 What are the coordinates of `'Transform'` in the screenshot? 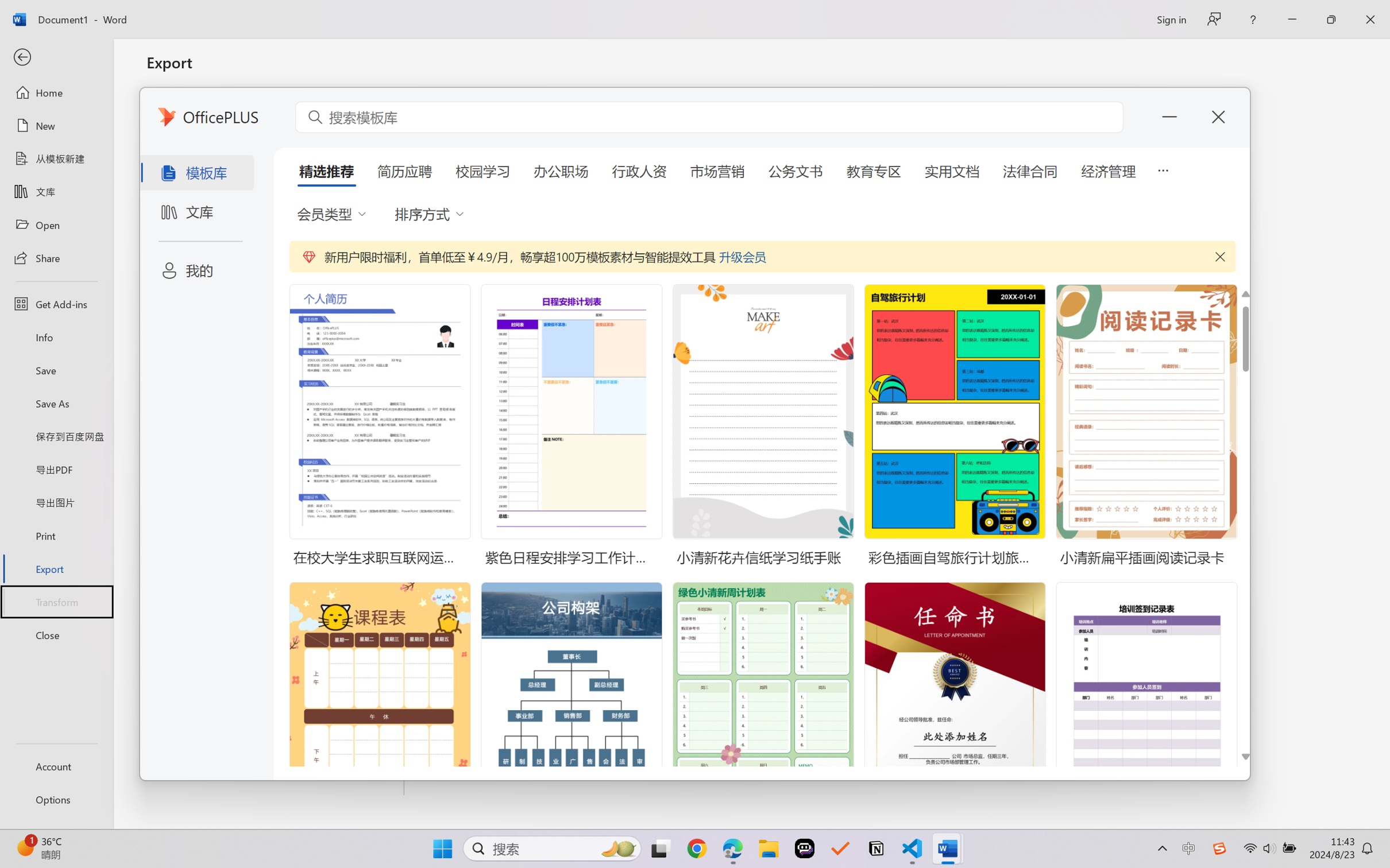 It's located at (56, 600).